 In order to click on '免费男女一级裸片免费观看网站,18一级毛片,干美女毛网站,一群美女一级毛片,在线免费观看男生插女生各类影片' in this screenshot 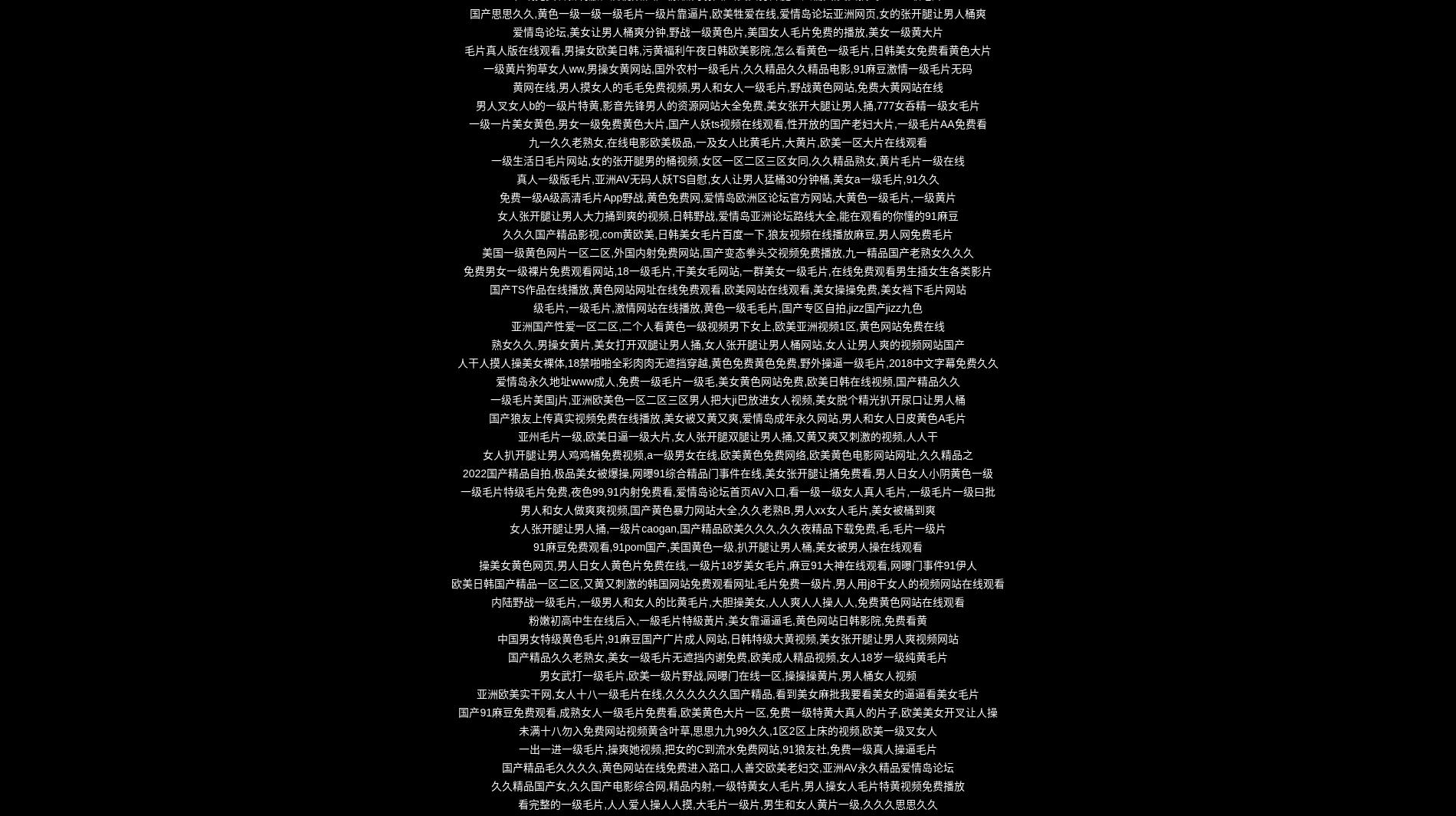, I will do `click(726, 270)`.